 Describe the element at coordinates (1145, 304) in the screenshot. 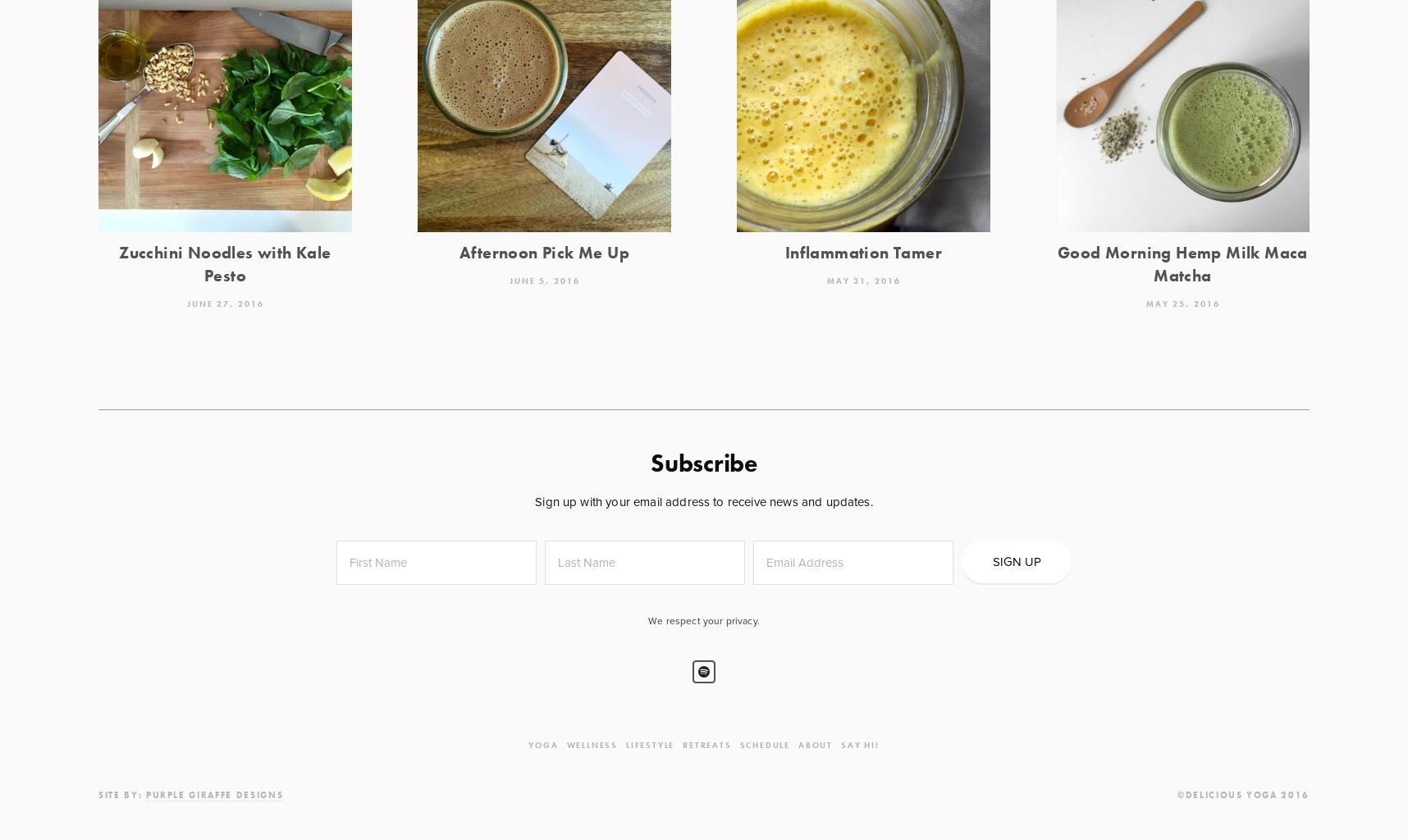

I see `'May 25, 2016'` at that location.